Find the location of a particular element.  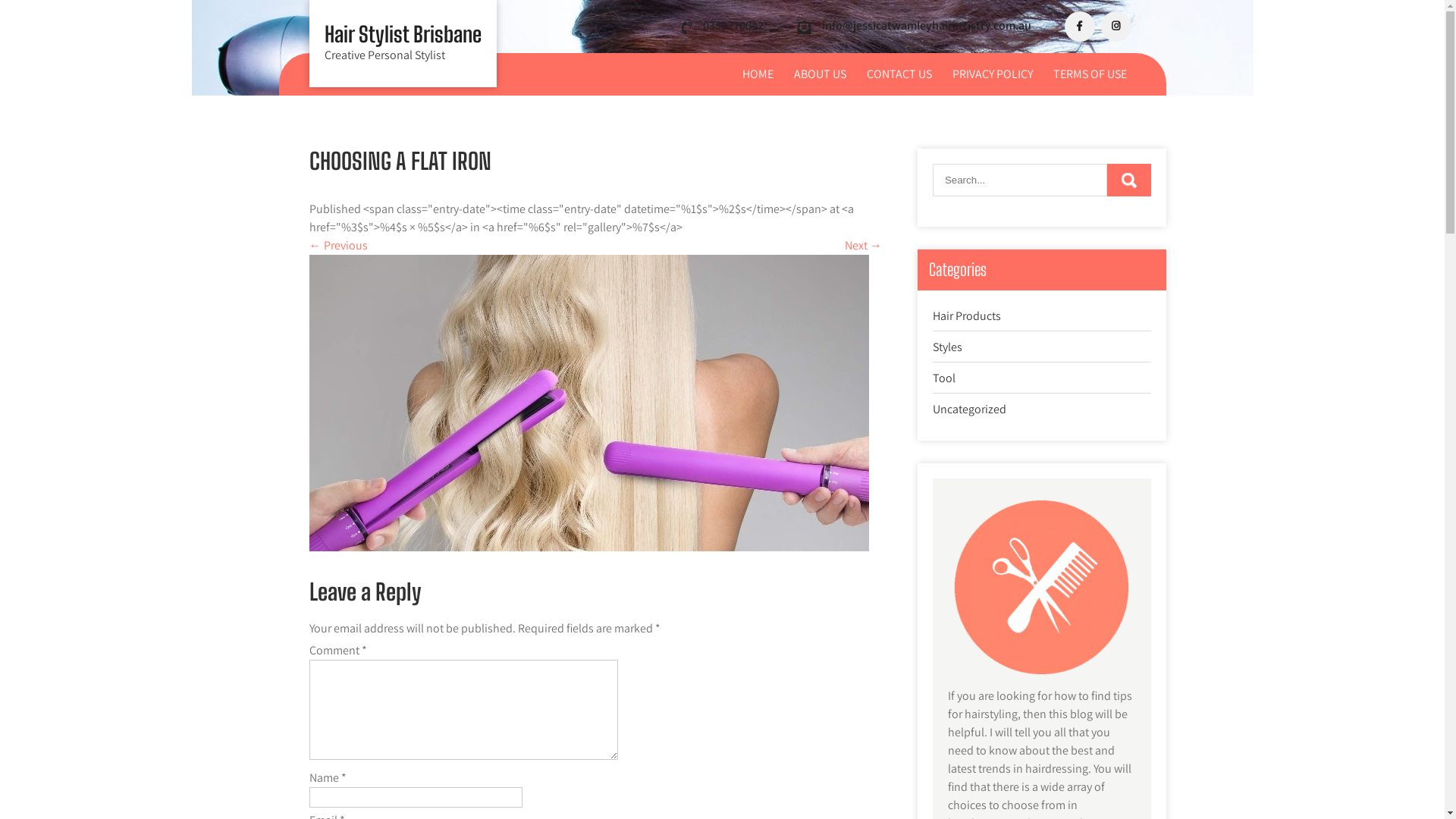

'Search' is located at coordinates (1128, 179).